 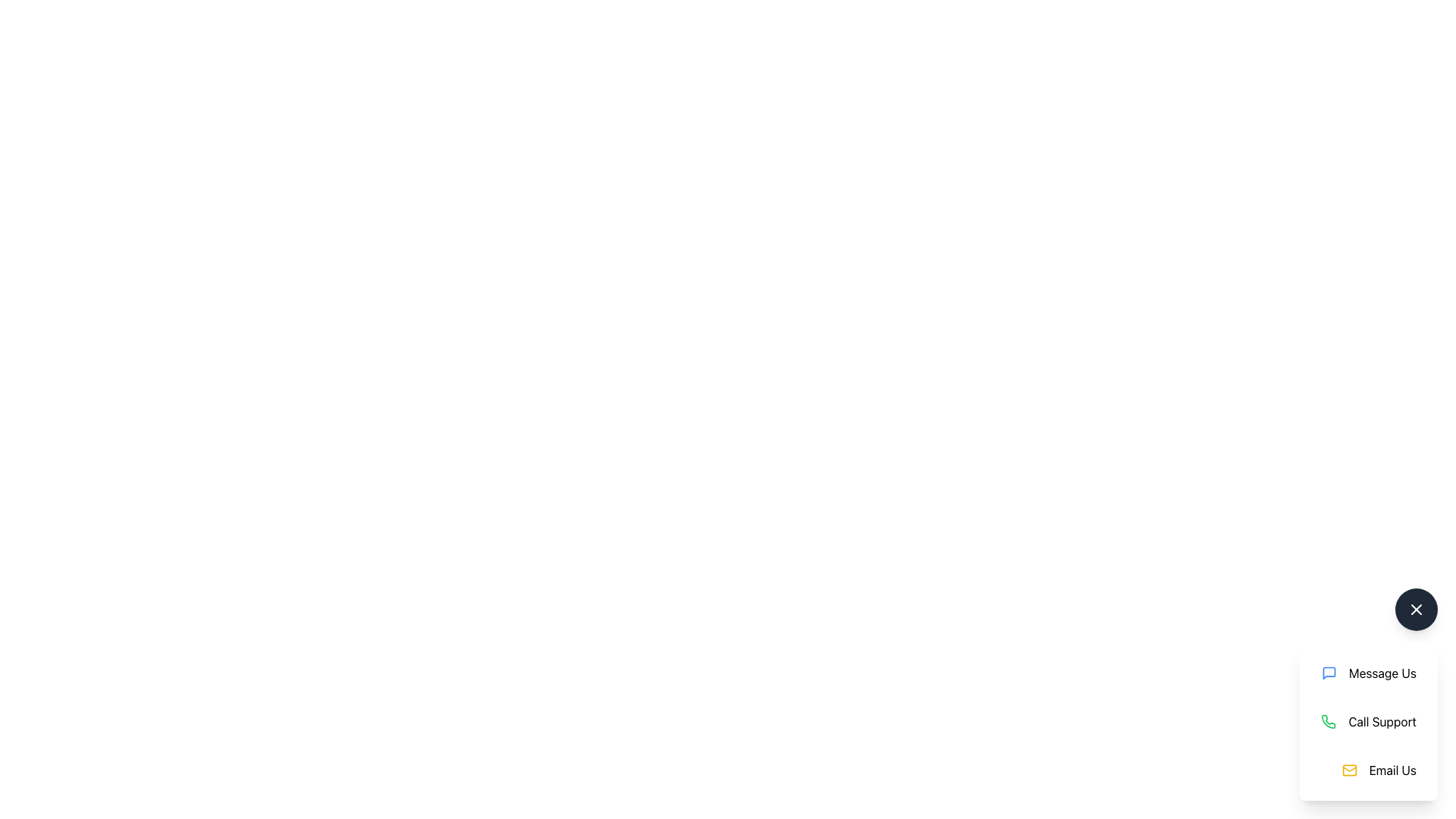 What do you see at coordinates (1415, 608) in the screenshot?
I see `the graphical icon represented by an 'X' shape` at bounding box center [1415, 608].